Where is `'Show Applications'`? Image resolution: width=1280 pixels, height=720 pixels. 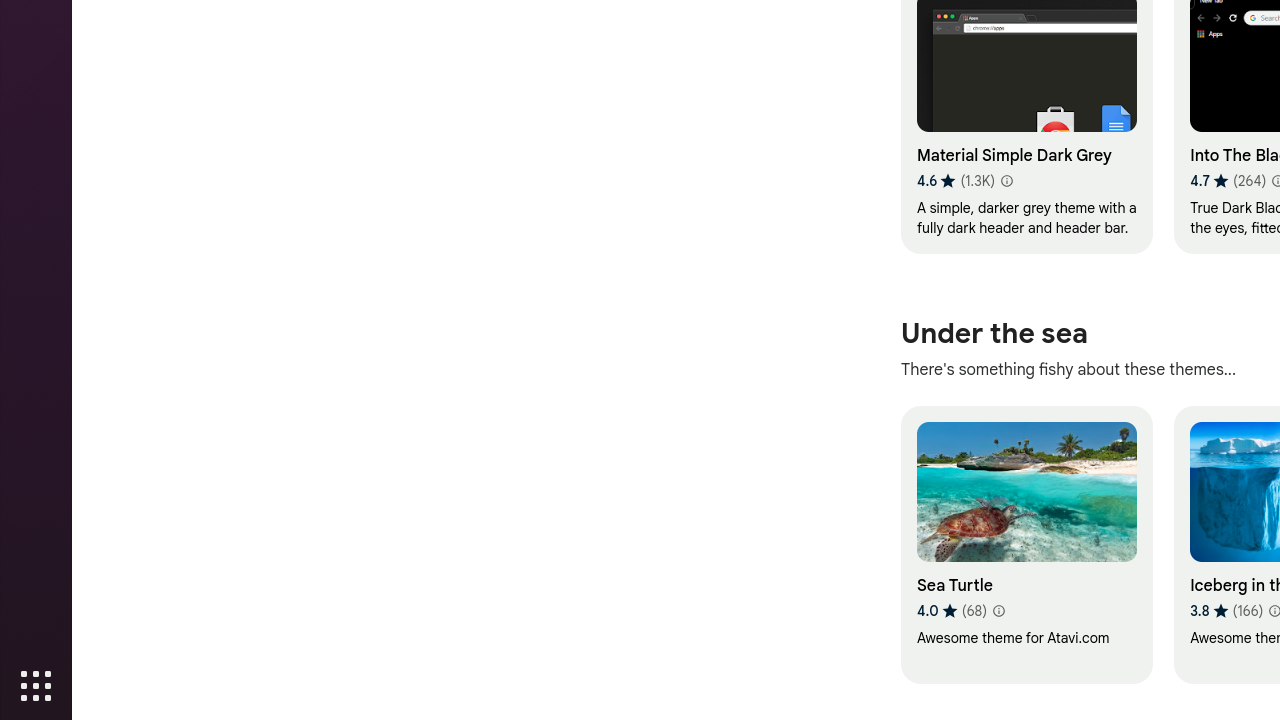
'Show Applications' is located at coordinates (35, 685).